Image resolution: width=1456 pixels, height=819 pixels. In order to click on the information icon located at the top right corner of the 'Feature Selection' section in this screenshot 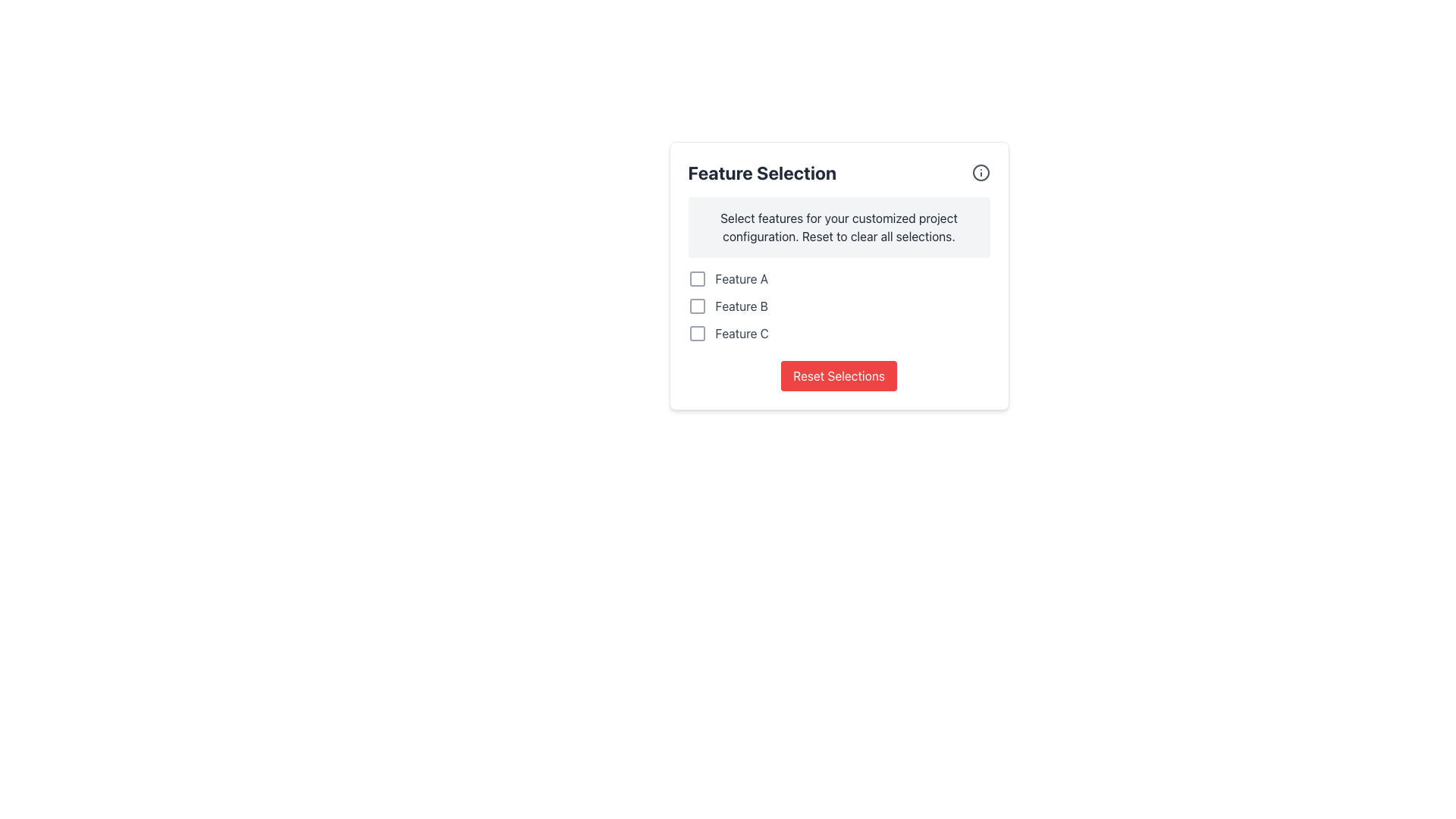, I will do `click(981, 171)`.